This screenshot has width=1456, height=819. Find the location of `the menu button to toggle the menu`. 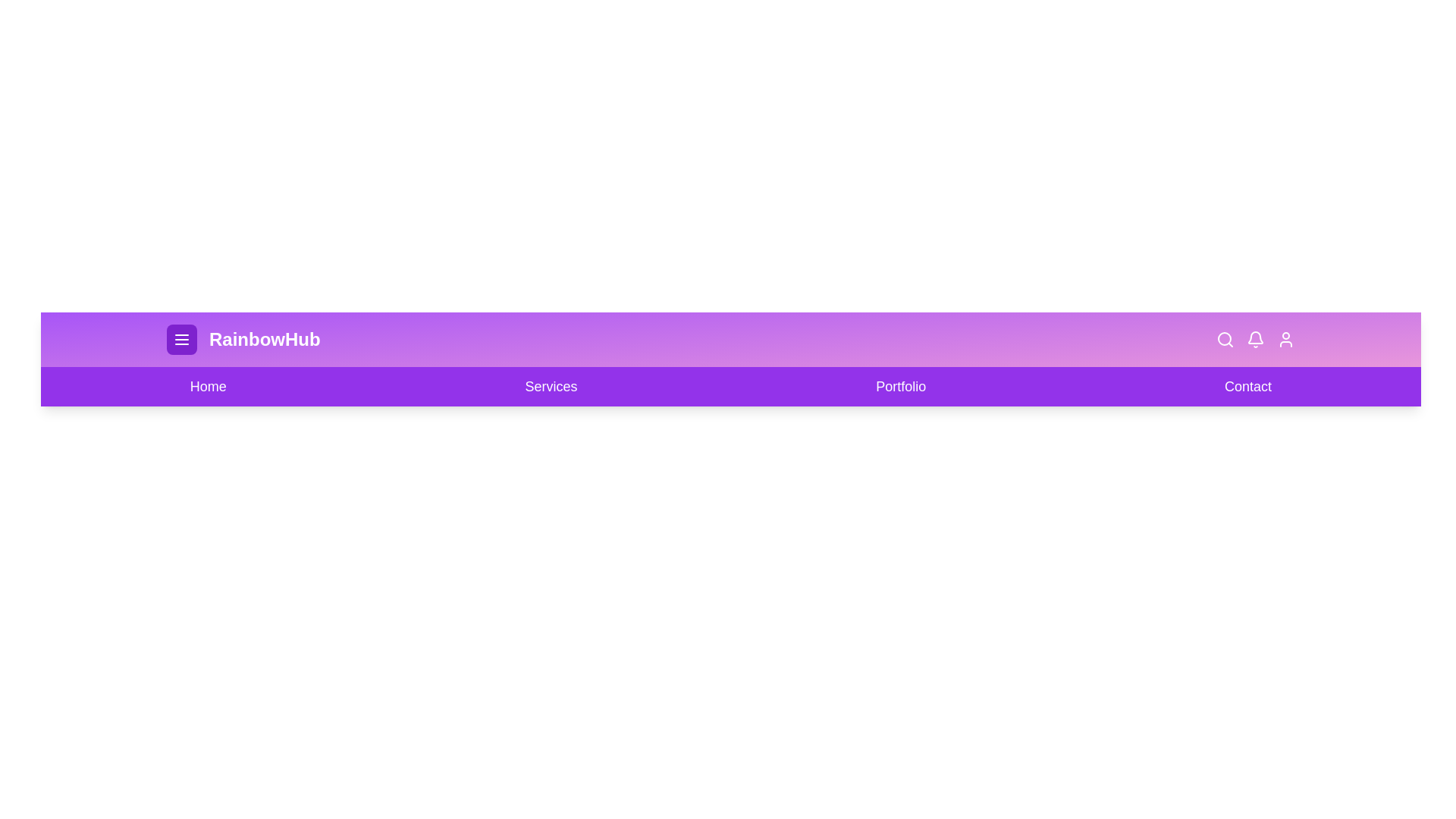

the menu button to toggle the menu is located at coordinates (182, 338).